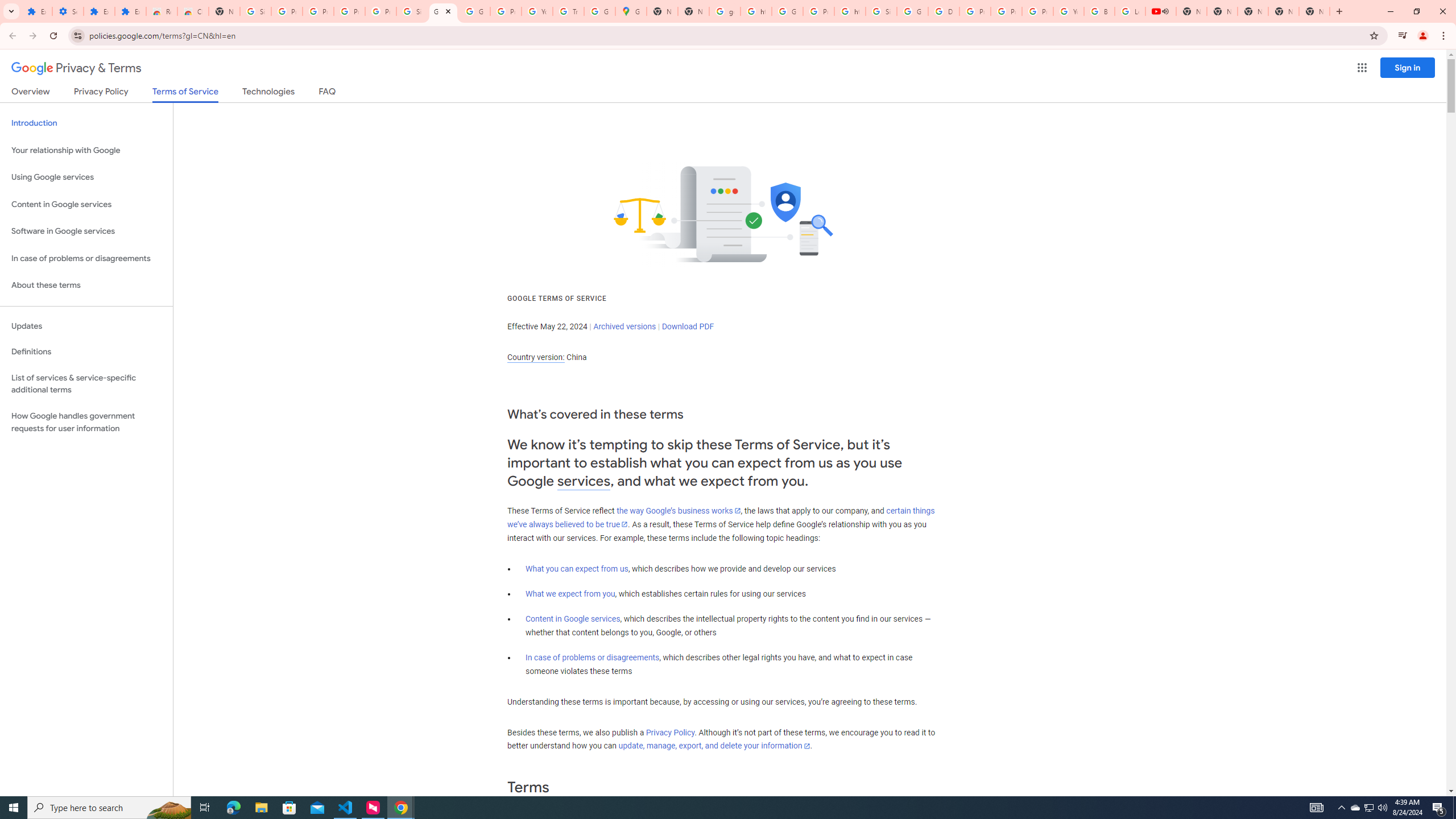  I want to click on 'YouTube', so click(1069, 11).